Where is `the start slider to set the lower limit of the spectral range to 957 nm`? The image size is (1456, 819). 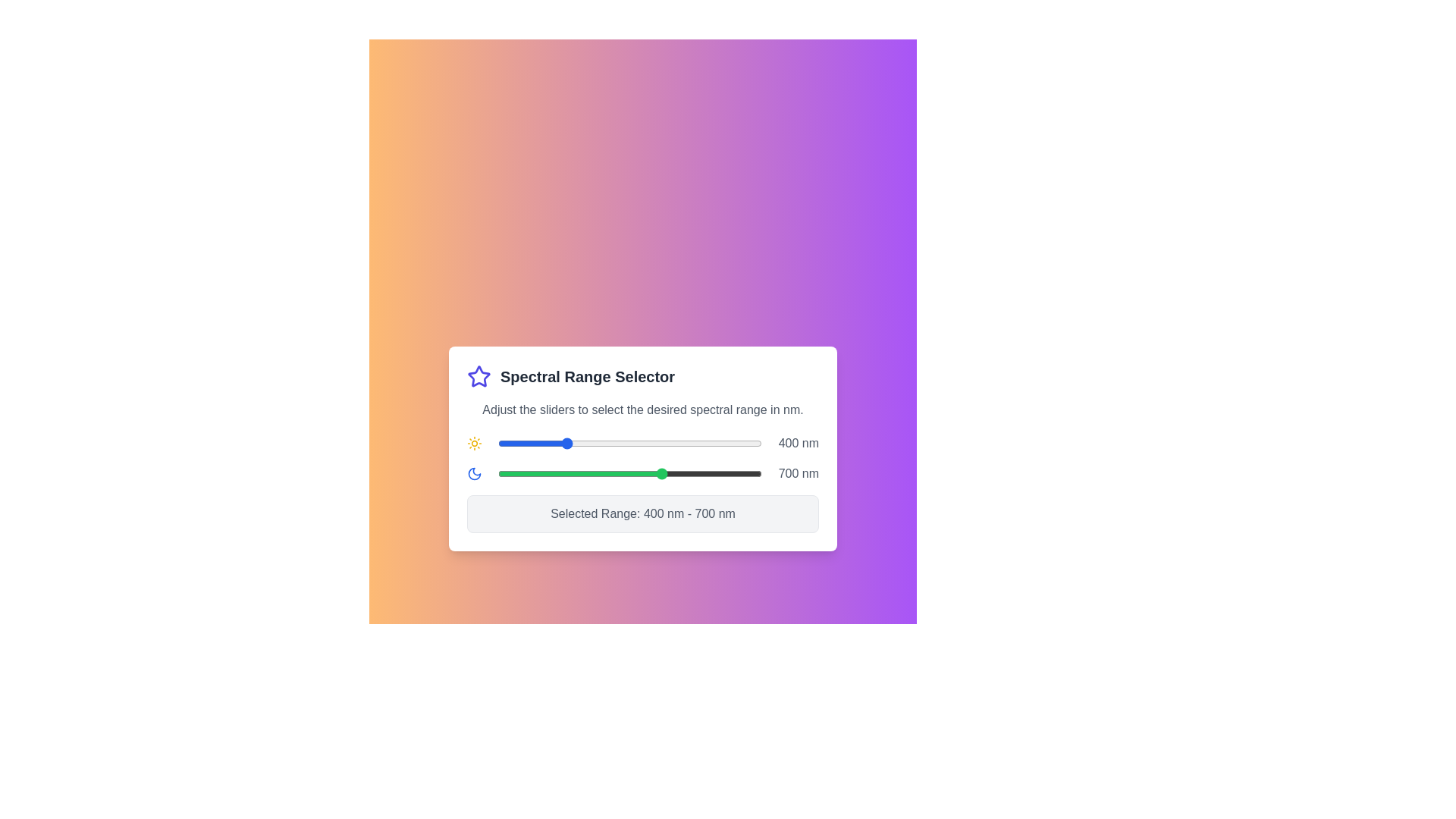 the start slider to set the lower limit of the spectral range to 957 nm is located at coordinates (748, 444).